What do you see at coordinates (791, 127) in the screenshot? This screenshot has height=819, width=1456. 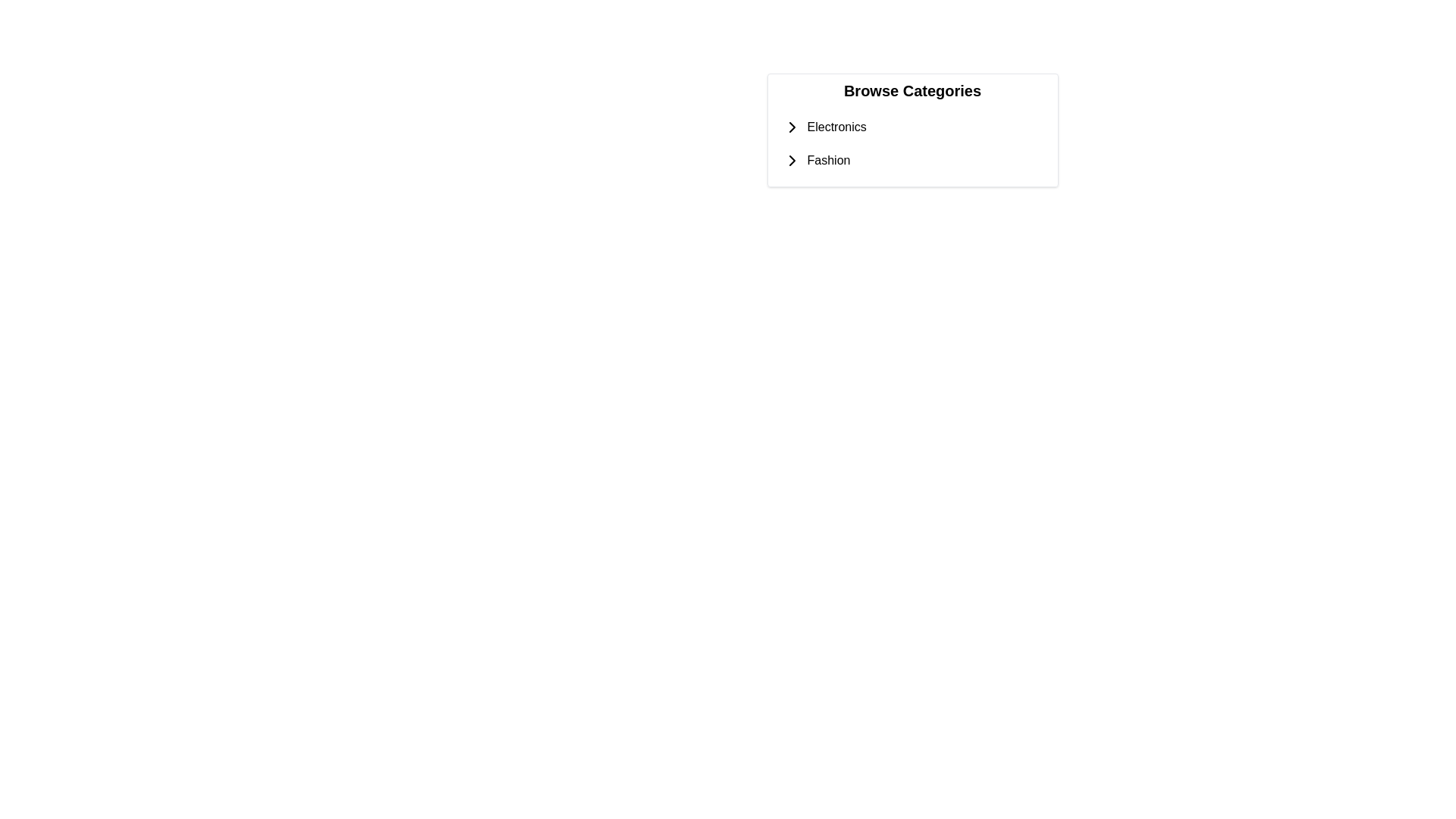 I see `the icon located to the left of the 'Electronics' label` at bounding box center [791, 127].